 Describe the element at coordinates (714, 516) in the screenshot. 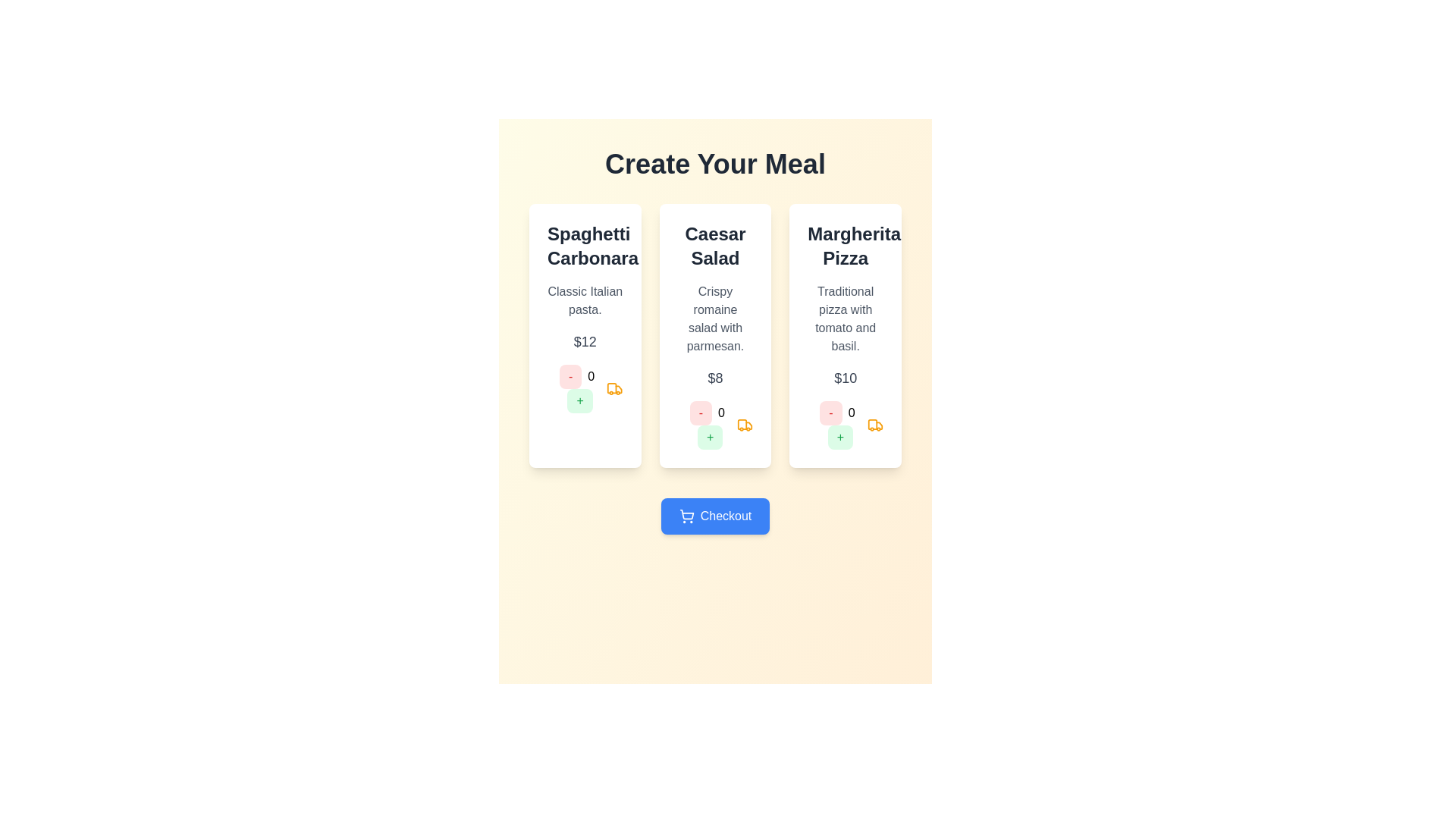

I see `the rectangular blue button labeled 'Checkout' with a white shopping cart icon to observe its hover effects` at that location.